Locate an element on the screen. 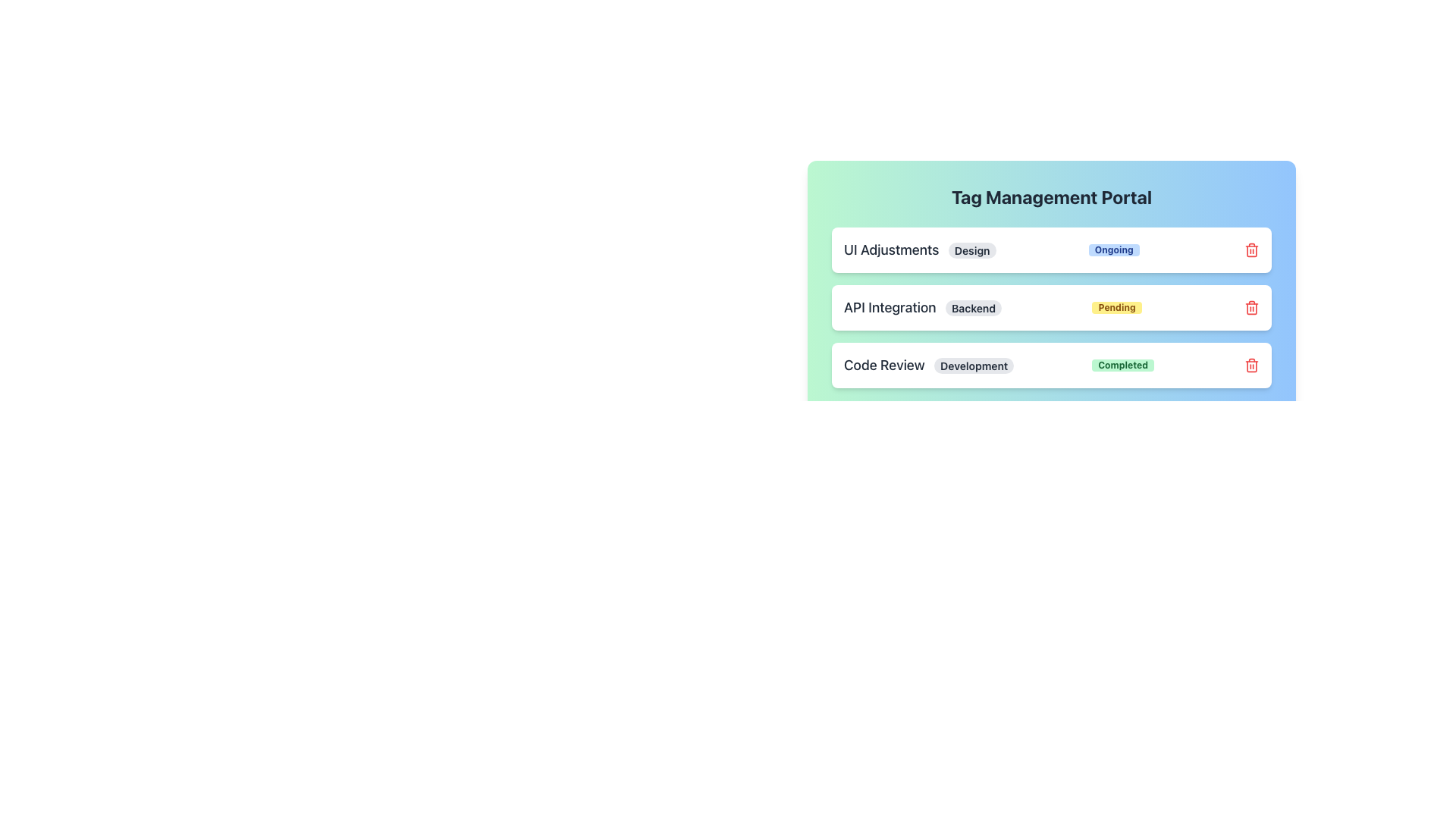 Image resolution: width=1456 pixels, height=819 pixels. the tag labeled 'Development' which has a rounded shape, light gray background, and bold black text, located between 'Code Review' and 'Completed' in the 'Tag Management Portal' is located at coordinates (974, 366).